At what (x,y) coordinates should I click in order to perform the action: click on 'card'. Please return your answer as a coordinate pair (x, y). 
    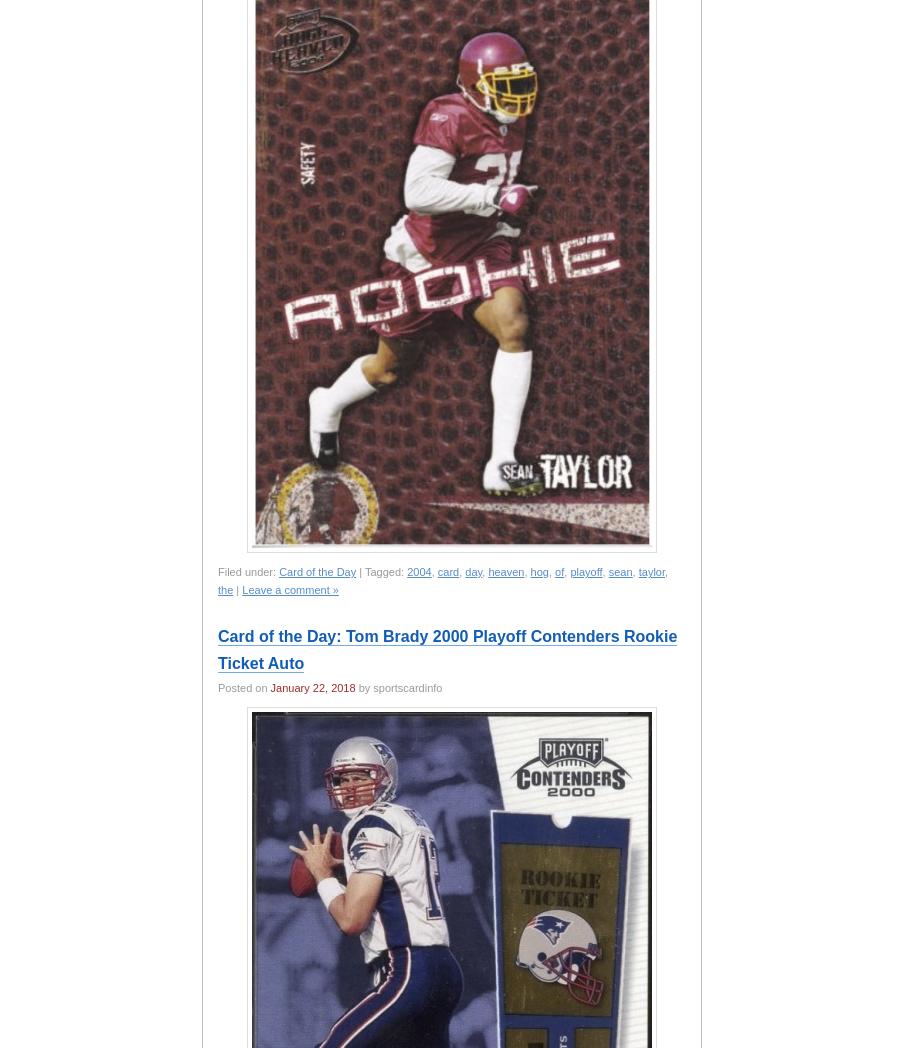
    Looking at the image, I should click on (436, 571).